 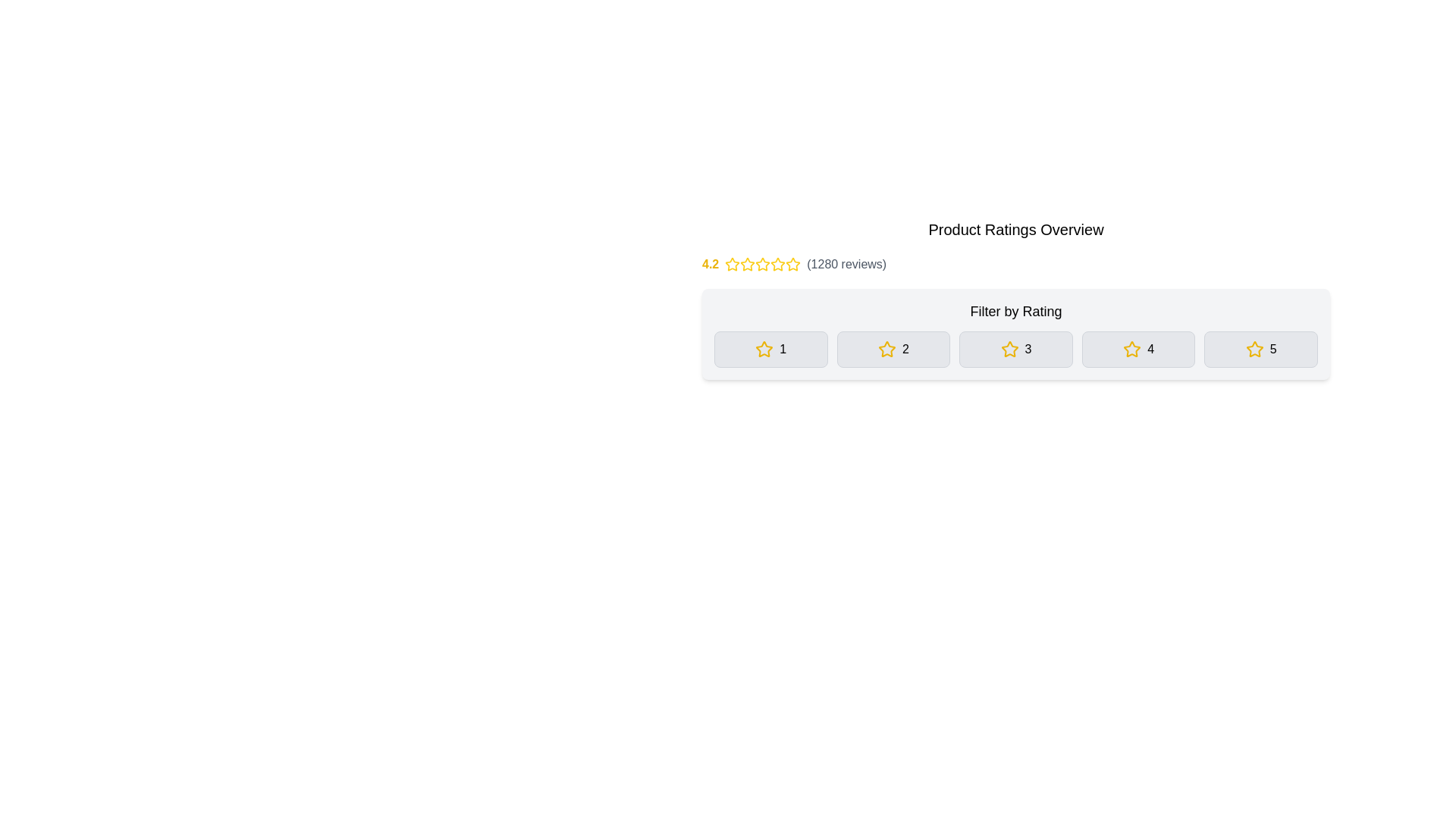 What do you see at coordinates (1015, 230) in the screenshot?
I see `label 'Product Ratings Overview', which is styled in a large, bold font and serves as the header for the ratings section located at the top of the structured ratings section` at bounding box center [1015, 230].